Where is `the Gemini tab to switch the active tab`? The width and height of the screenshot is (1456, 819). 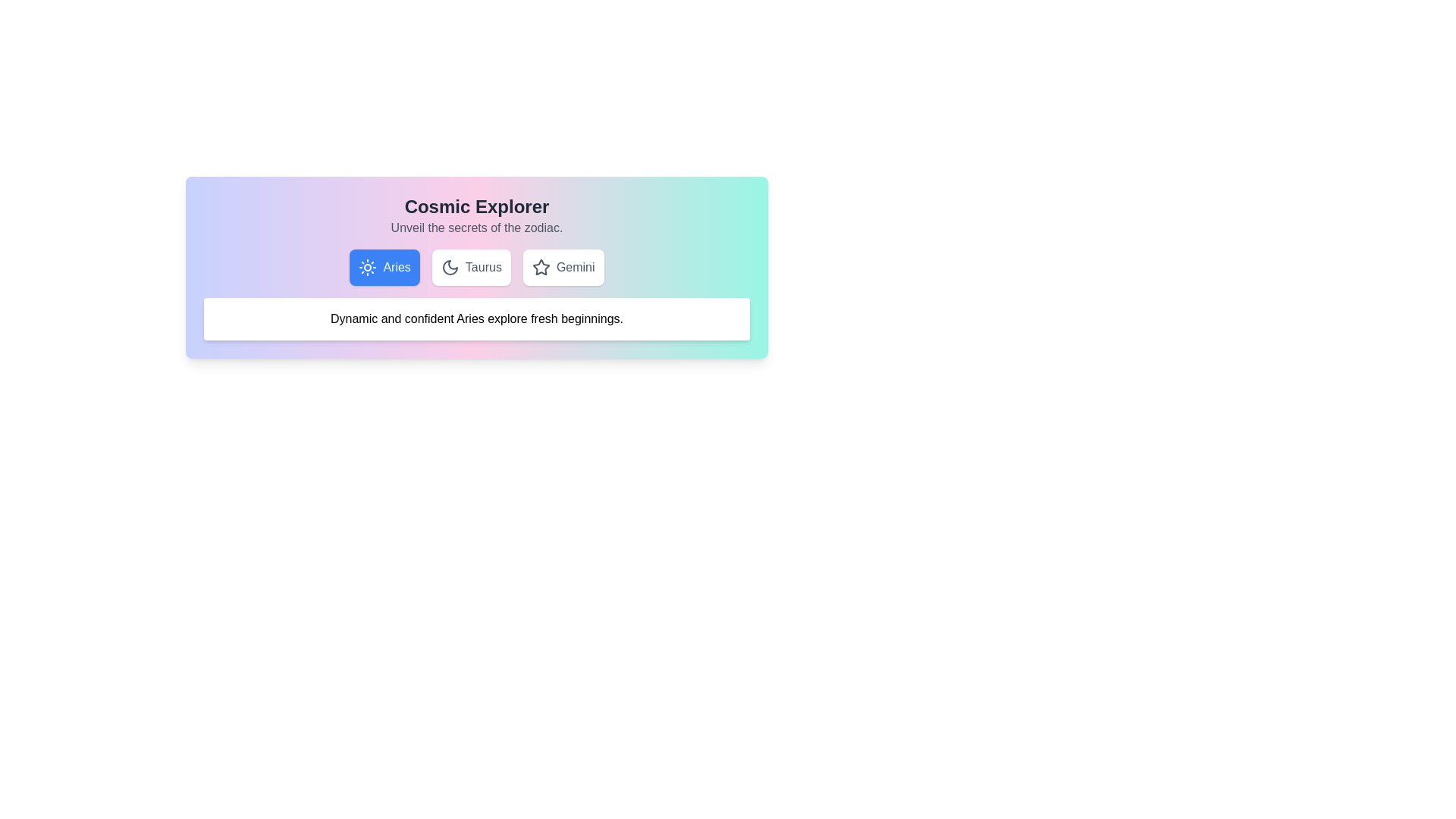
the Gemini tab to switch the active tab is located at coordinates (563, 267).